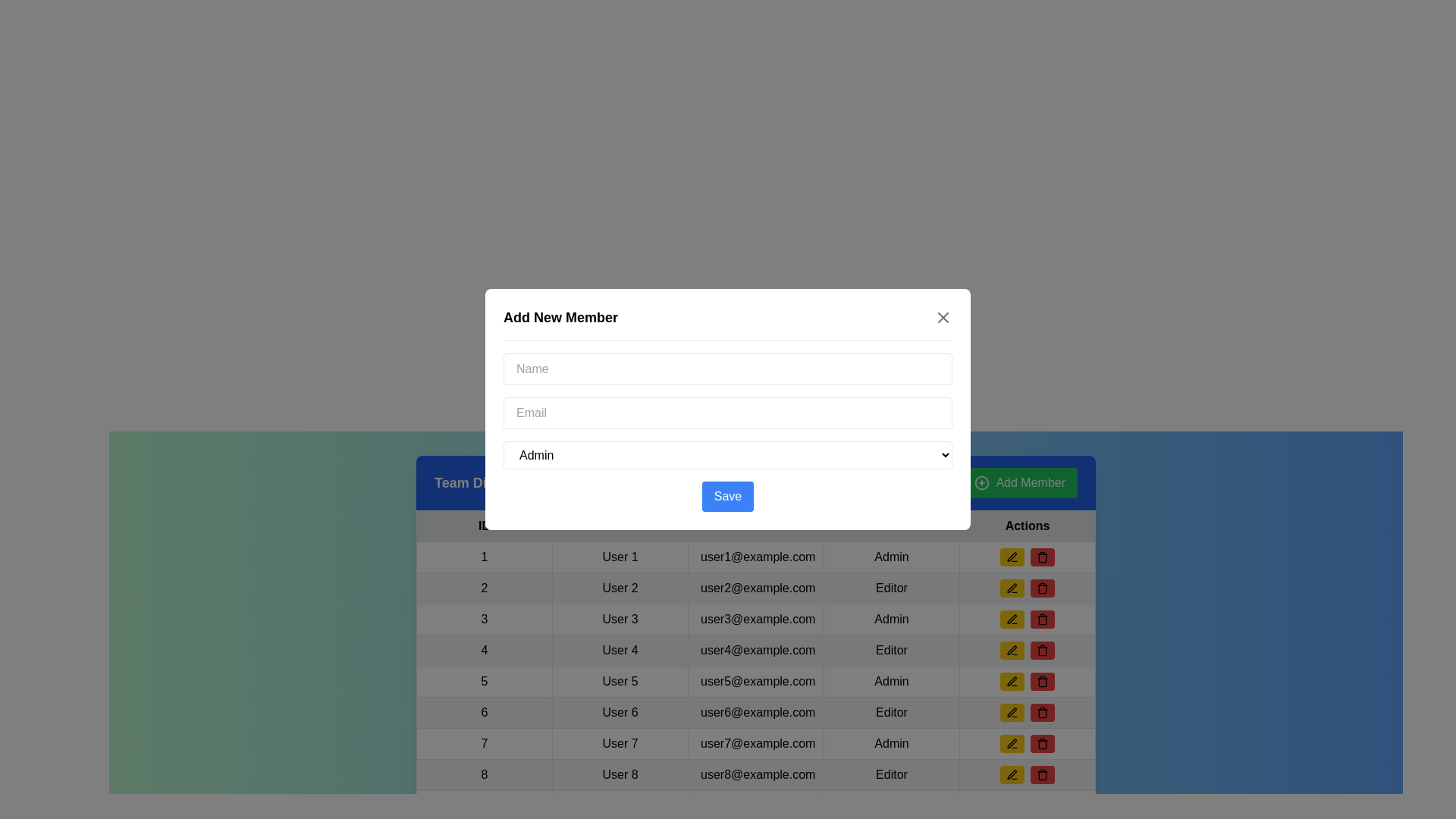 The image size is (1456, 819). What do you see at coordinates (756, 587) in the screenshot?
I see `the email display field in the third column of the second row in the user data table, which shows the email address for the user with ID '2'` at bounding box center [756, 587].